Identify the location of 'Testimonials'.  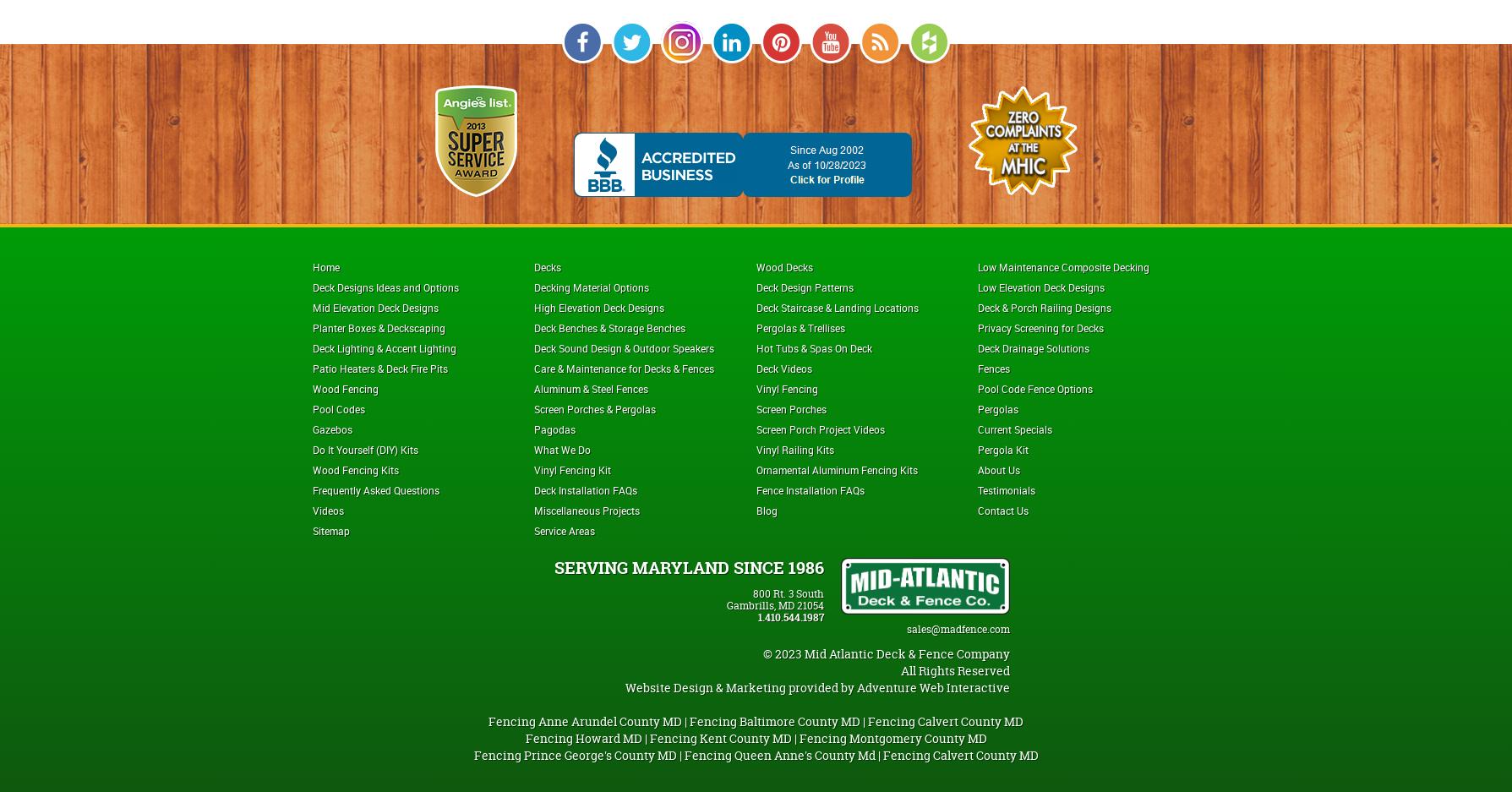
(1005, 488).